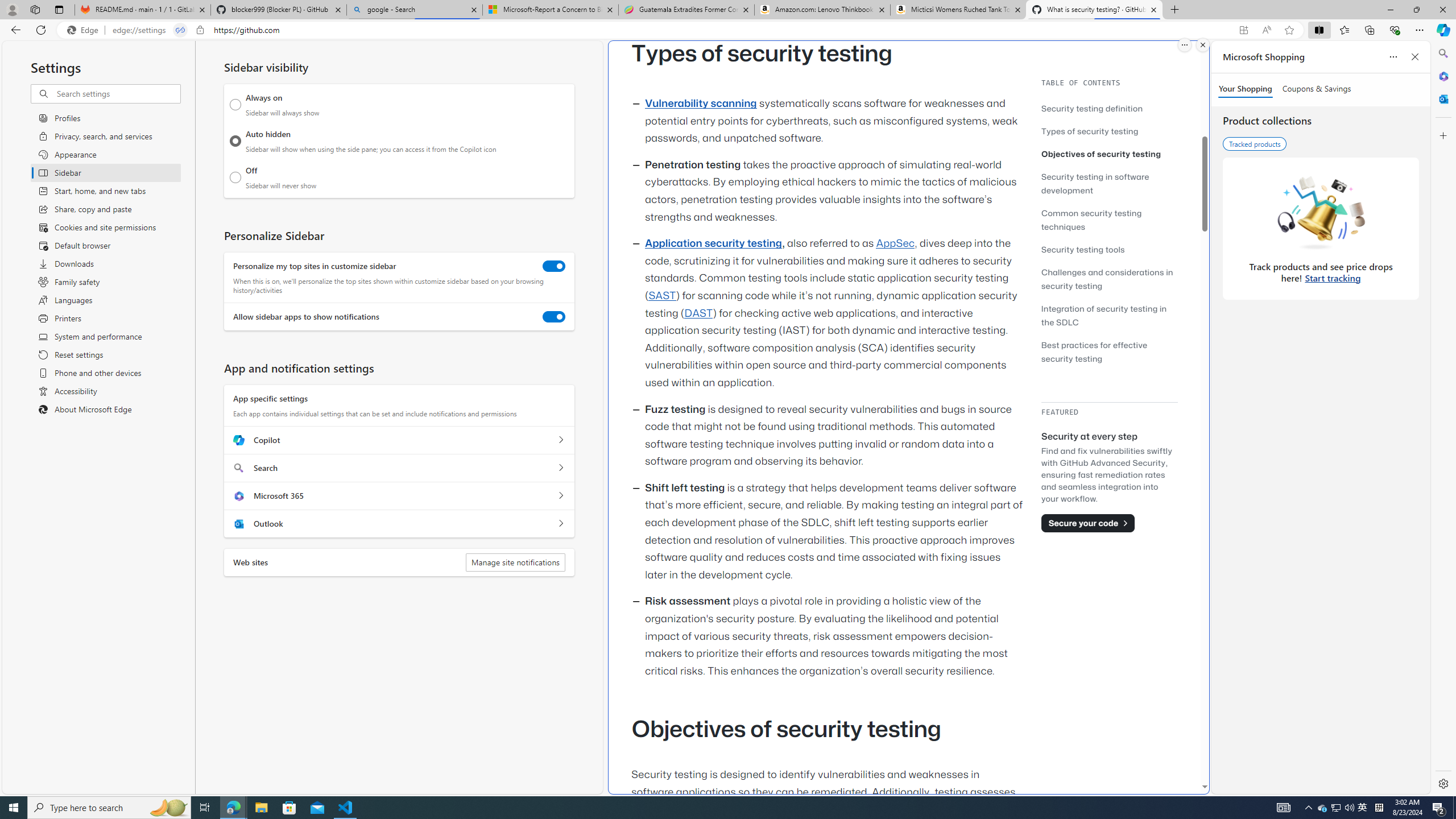  I want to click on 'Security testing definition', so click(1092, 107).